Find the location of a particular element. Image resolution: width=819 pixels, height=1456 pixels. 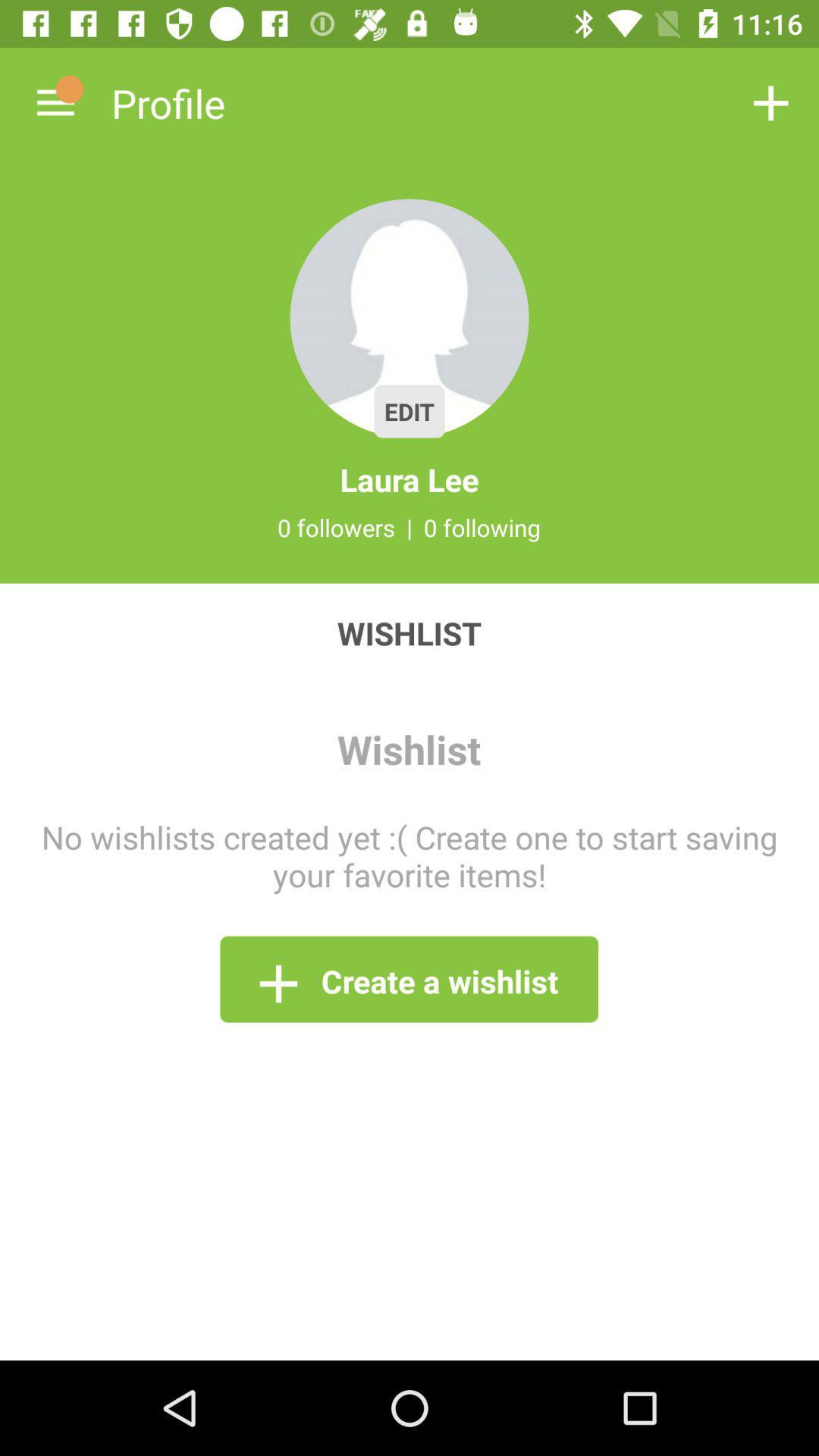

the item to the left of the   |   icon is located at coordinates (335, 527).